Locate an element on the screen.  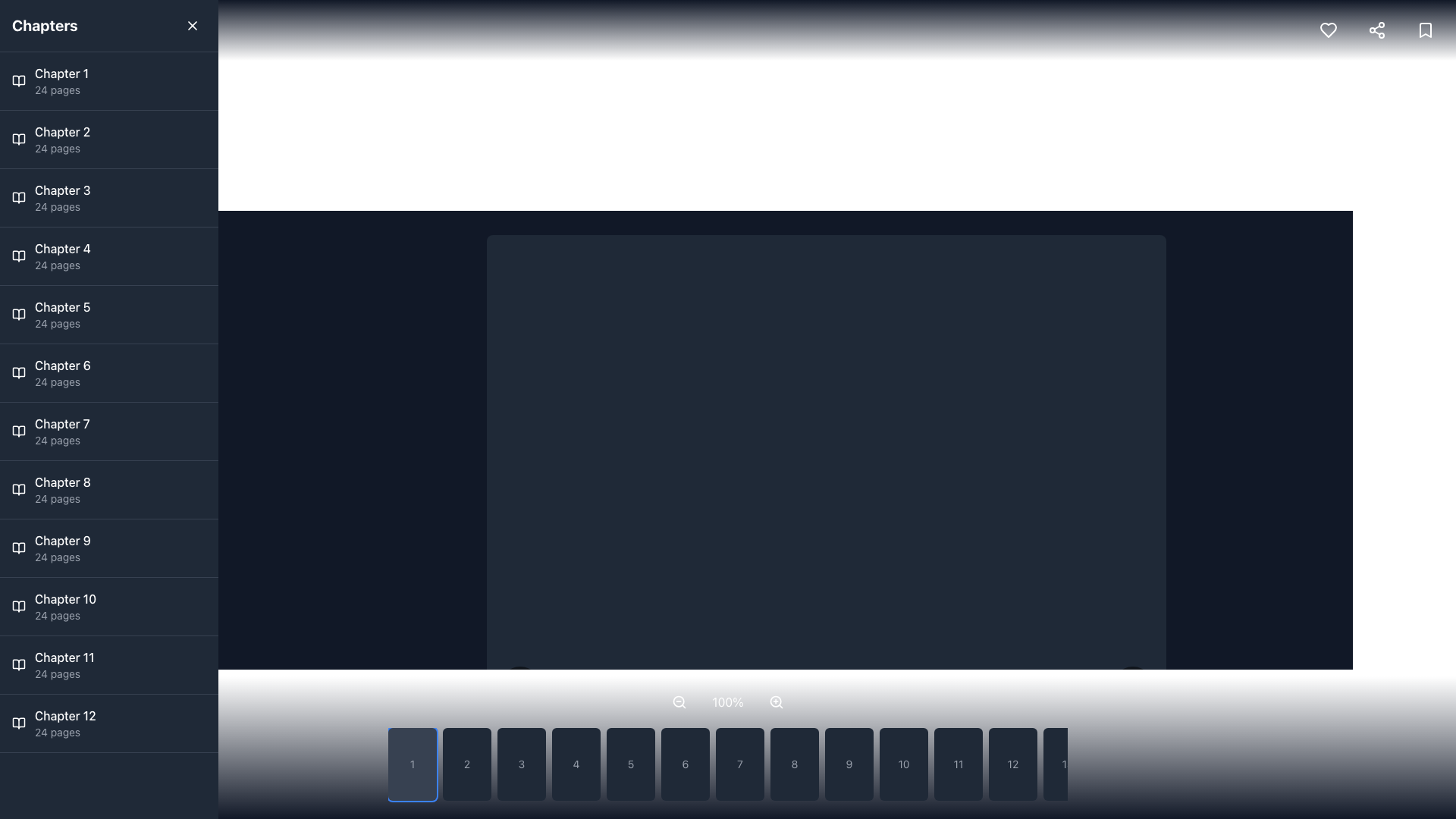
the icon representing 'Chapter 9' in the chapter list is located at coordinates (18, 548).